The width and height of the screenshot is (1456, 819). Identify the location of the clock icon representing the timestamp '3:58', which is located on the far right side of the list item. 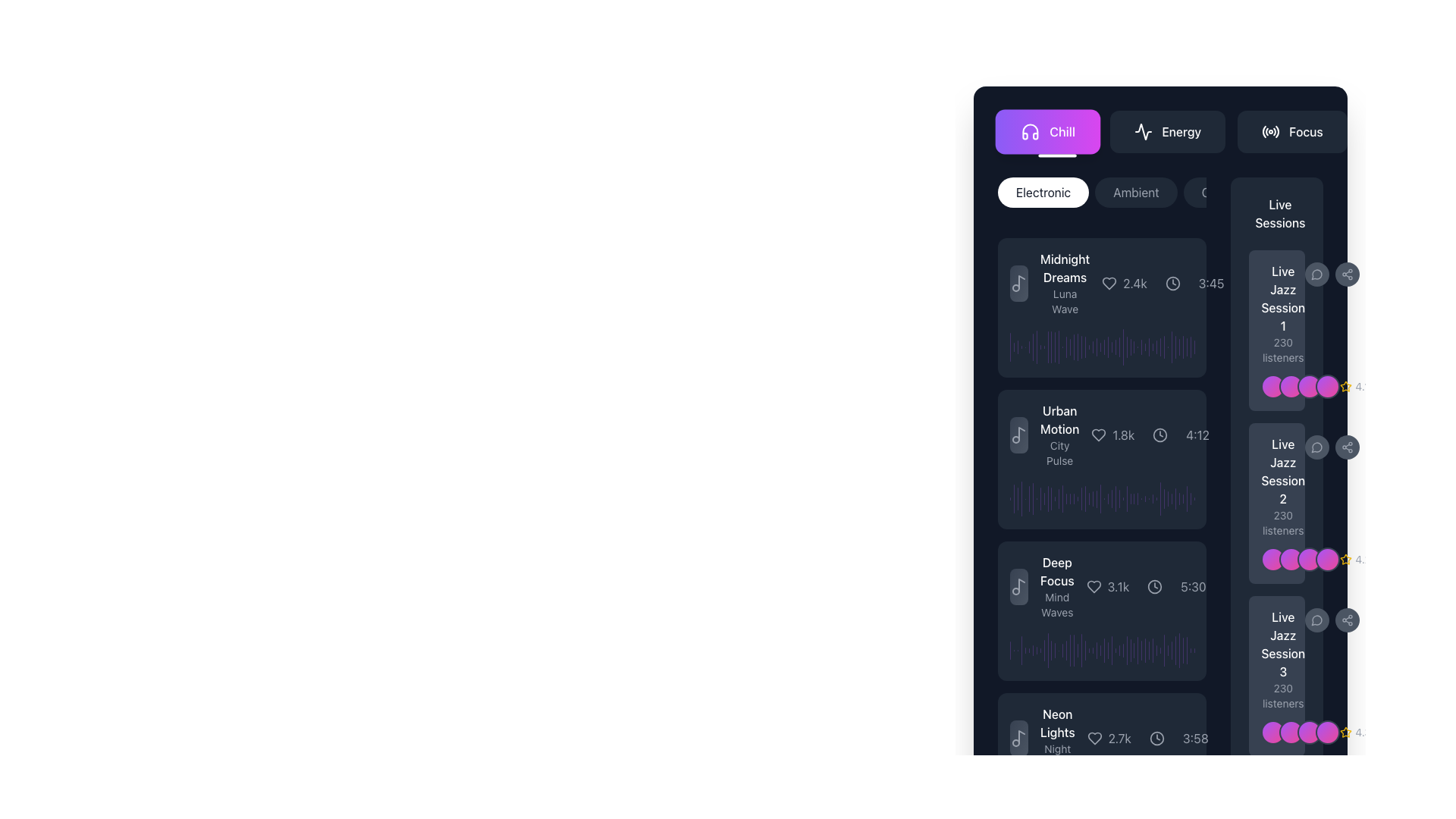
(1156, 738).